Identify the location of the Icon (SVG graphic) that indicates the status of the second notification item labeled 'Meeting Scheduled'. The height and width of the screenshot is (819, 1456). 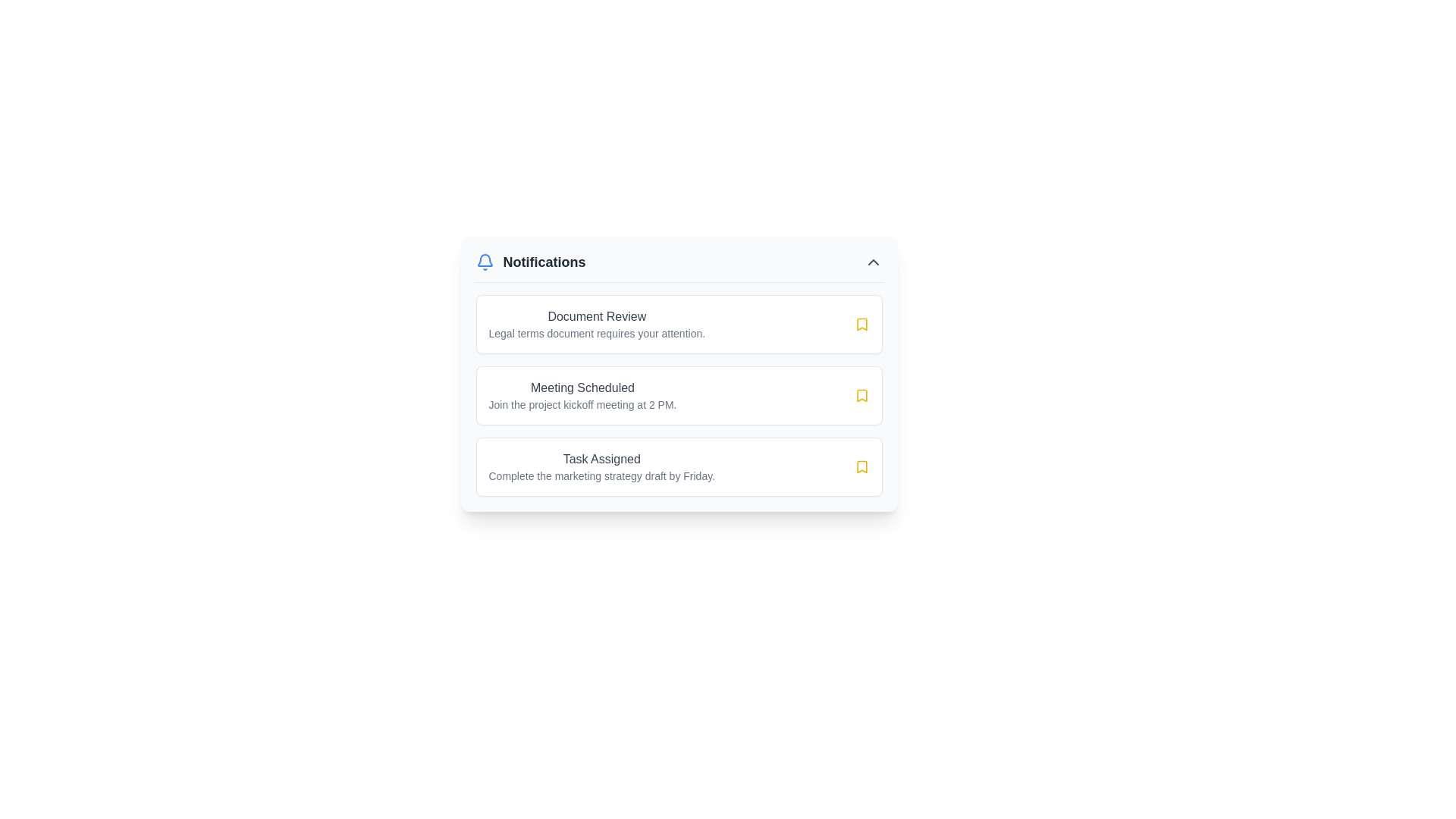
(861, 324).